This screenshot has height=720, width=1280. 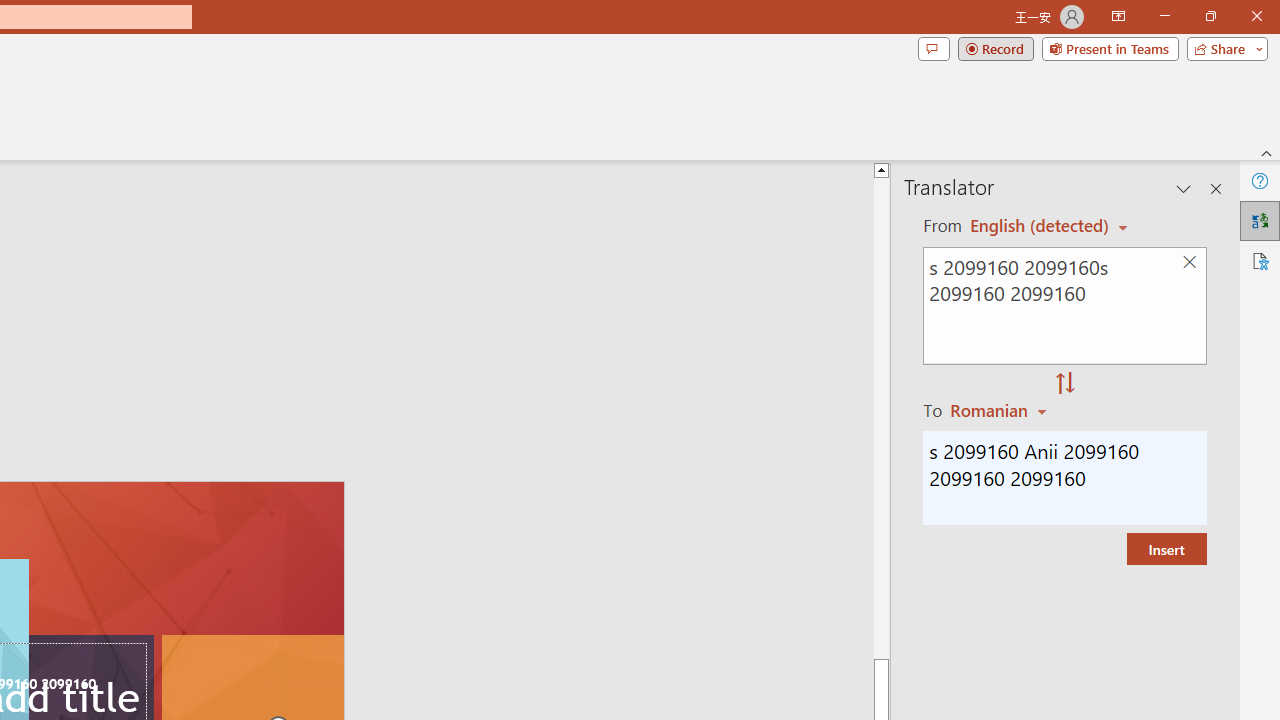 I want to click on 'Romanian', so click(x=1001, y=409).